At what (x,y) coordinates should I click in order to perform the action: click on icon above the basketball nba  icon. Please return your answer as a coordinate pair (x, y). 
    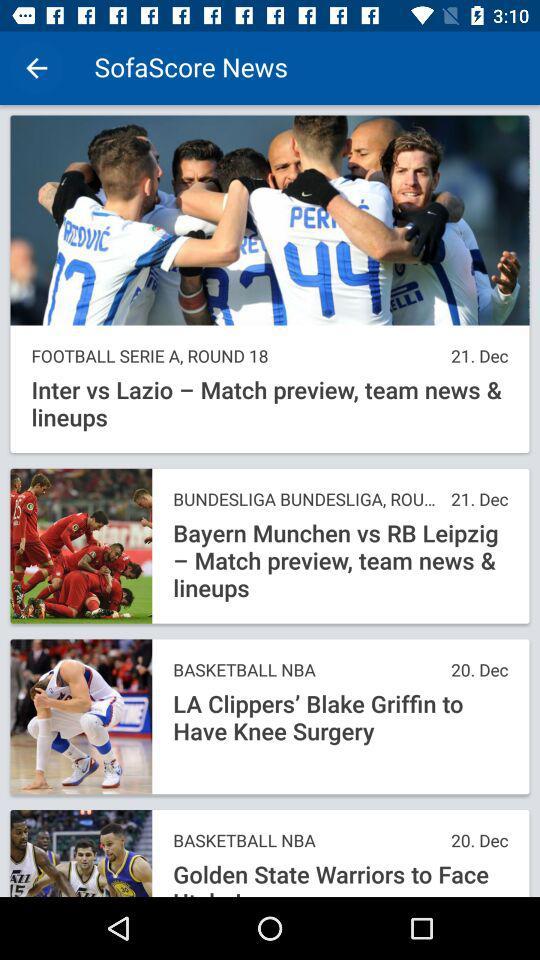
    Looking at the image, I should click on (339, 718).